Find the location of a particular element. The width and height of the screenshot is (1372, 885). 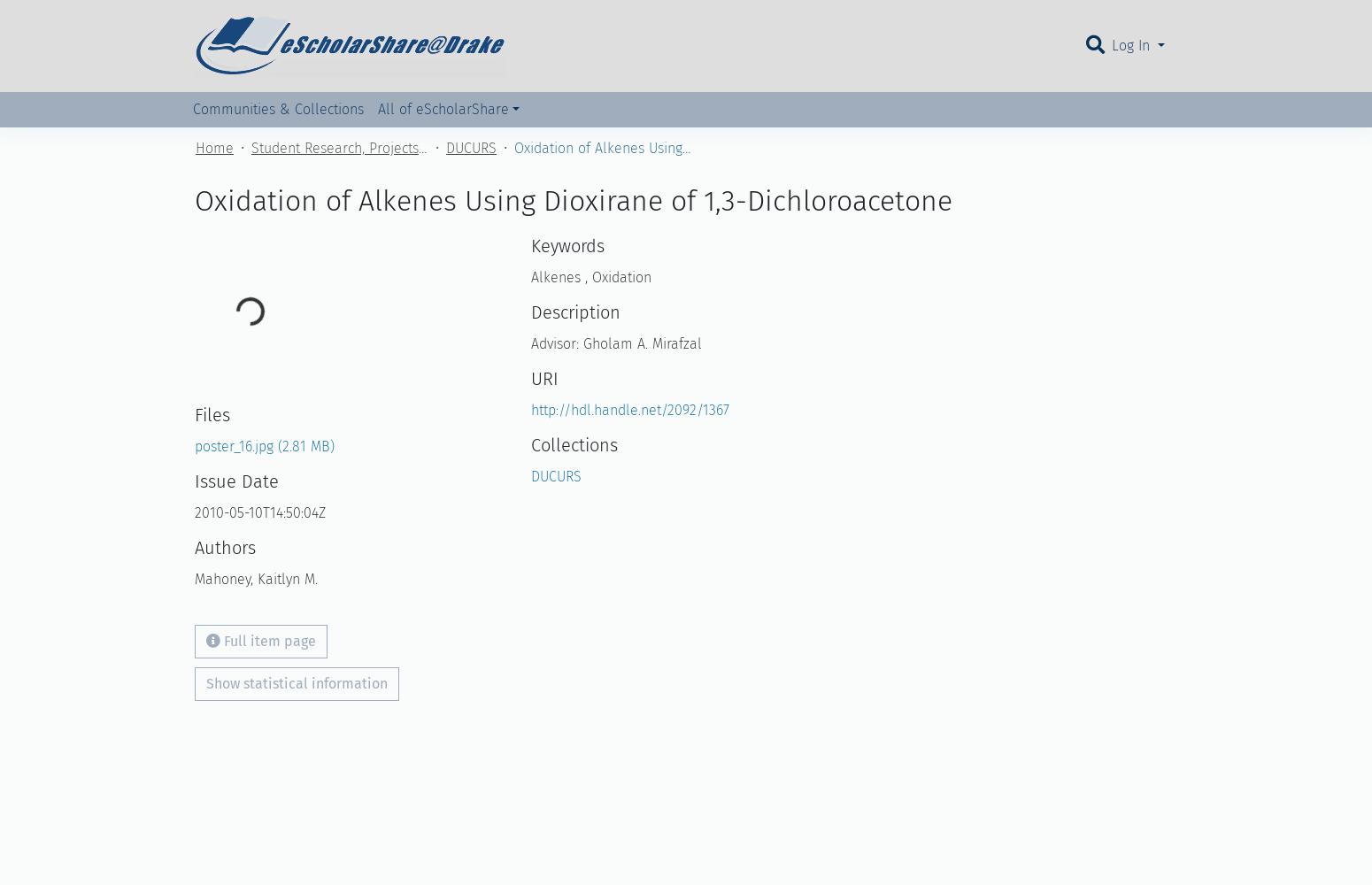

'Oxidation' is located at coordinates (619, 276).